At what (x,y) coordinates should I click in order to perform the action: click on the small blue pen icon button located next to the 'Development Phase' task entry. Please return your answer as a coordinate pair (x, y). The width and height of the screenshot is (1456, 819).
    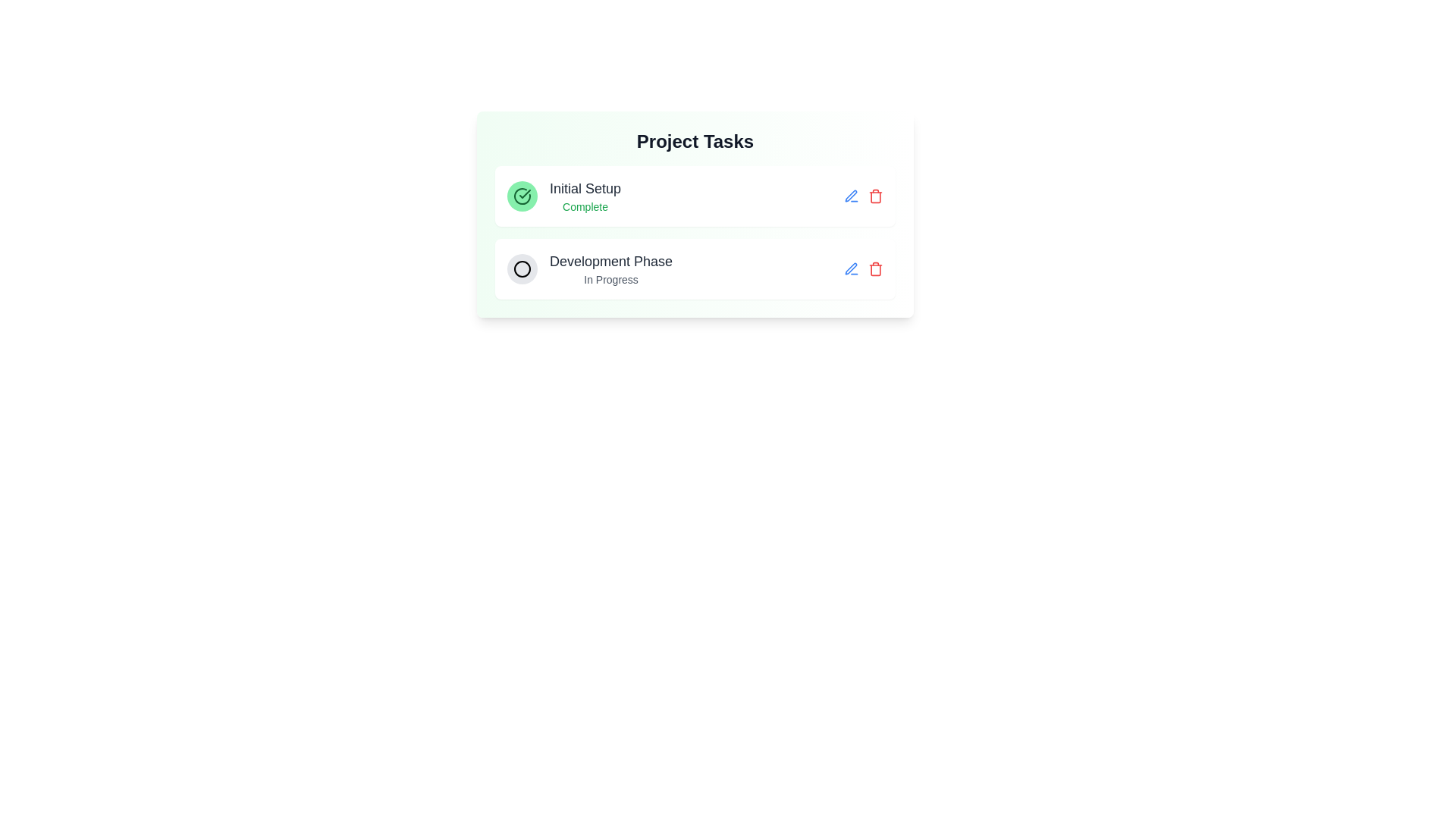
    Looking at the image, I should click on (852, 195).